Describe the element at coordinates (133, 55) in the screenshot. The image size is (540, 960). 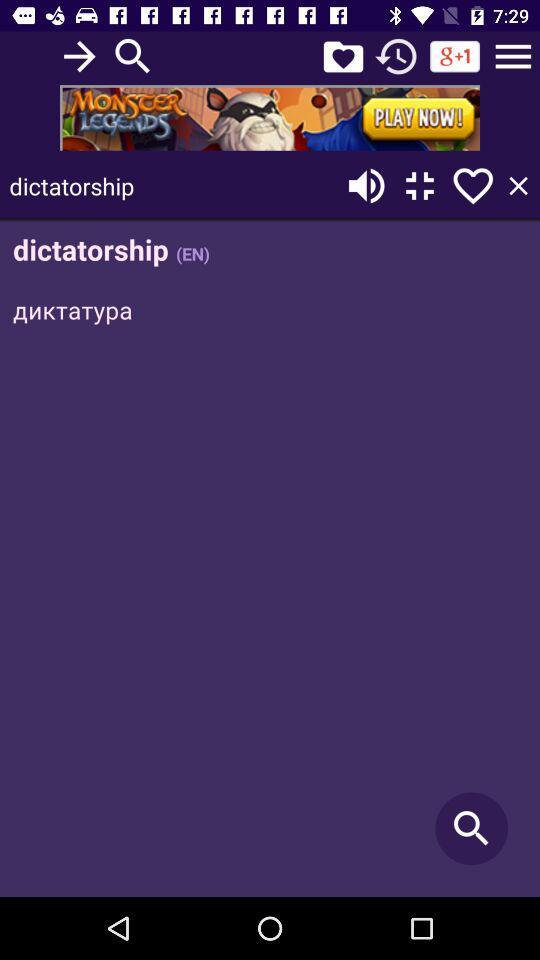
I see `search` at that location.